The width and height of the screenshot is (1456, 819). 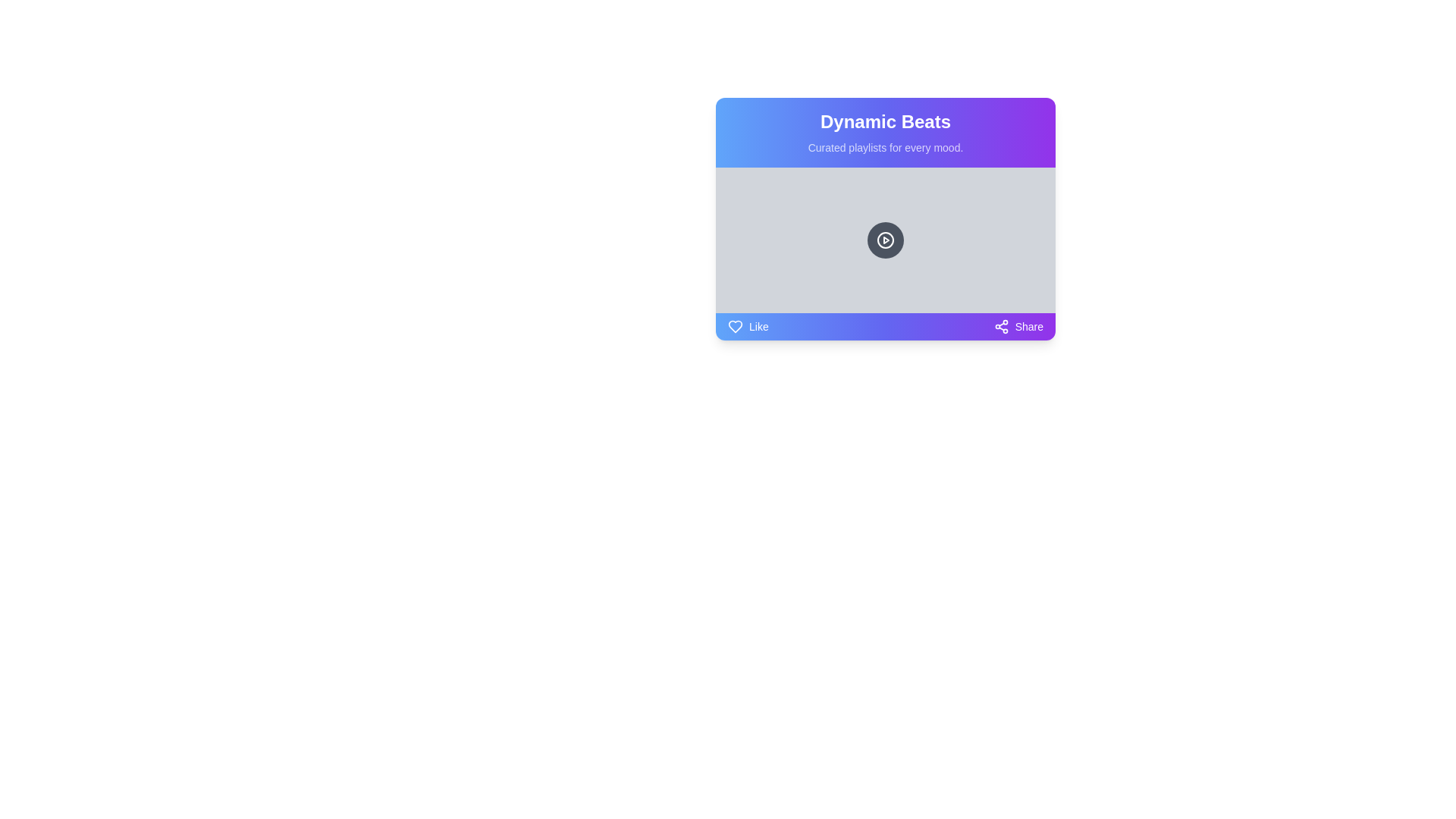 I want to click on the text label that clarifies the action of 'liking', located to the right of the heart icon in the lower left section of the 'Dynamic Beats' card interface, so click(x=758, y=326).